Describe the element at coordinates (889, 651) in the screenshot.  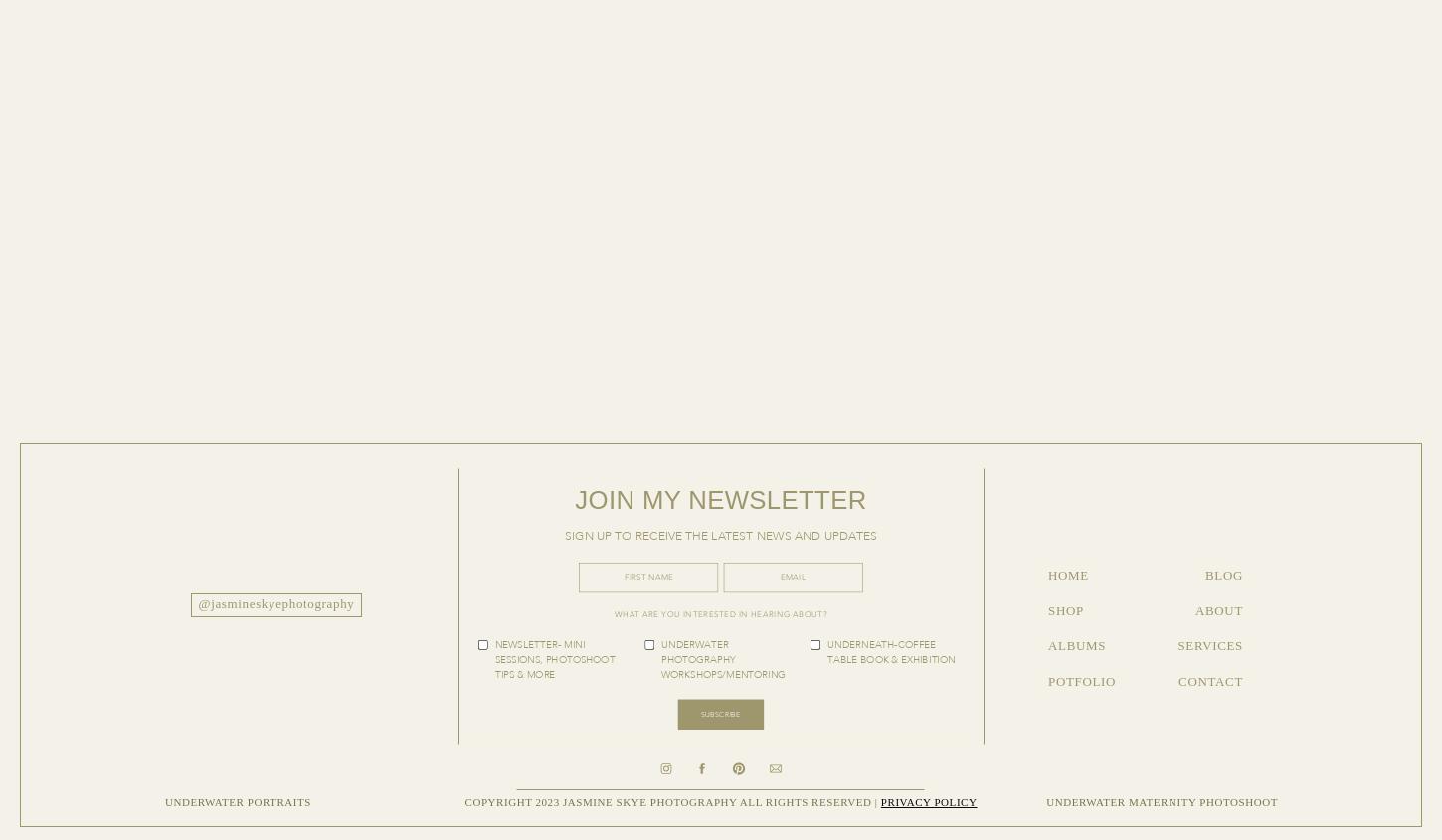
I see `'Underneath-coffee table book & exhibition'` at that location.